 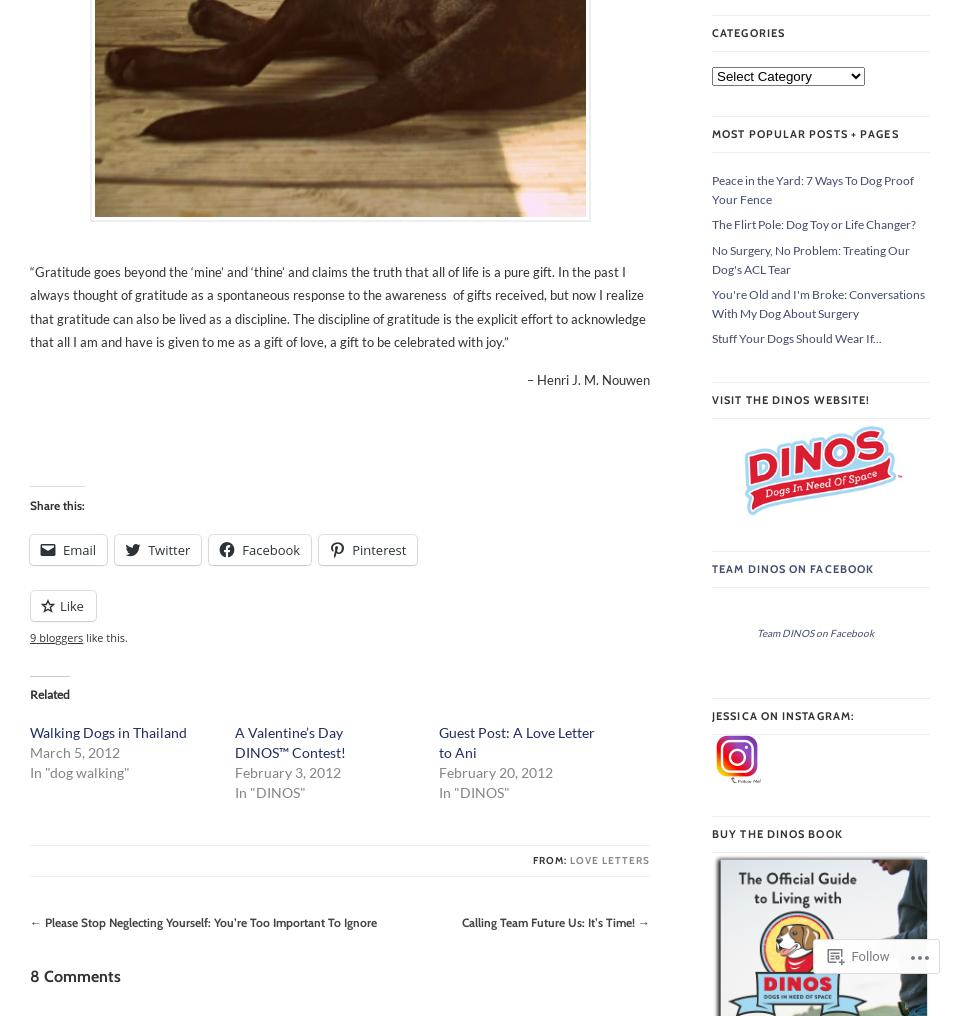 What do you see at coordinates (782, 715) in the screenshot?
I see `'Jessica on Instagram:'` at bounding box center [782, 715].